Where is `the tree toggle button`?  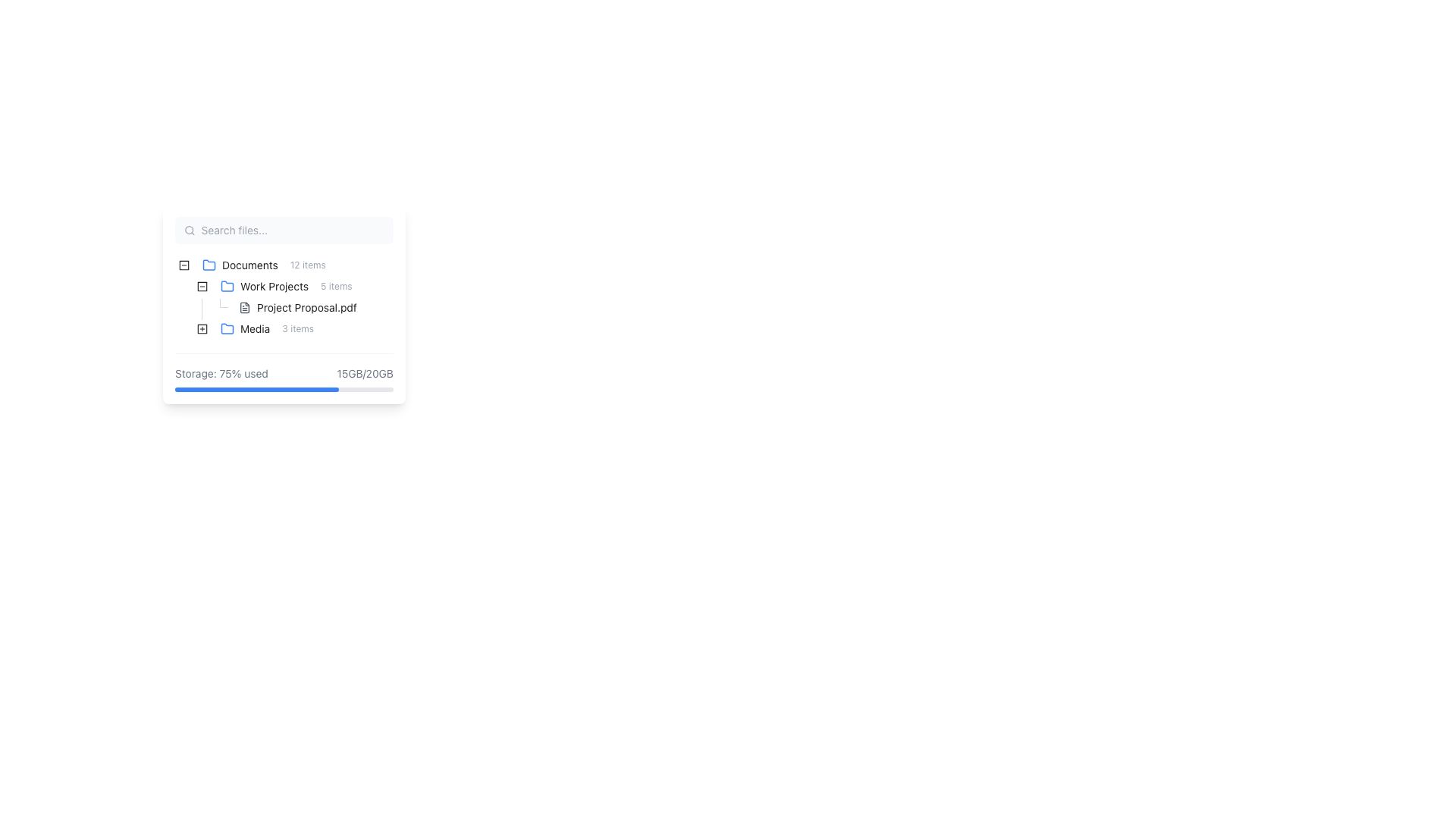 the tree toggle button is located at coordinates (202, 287).